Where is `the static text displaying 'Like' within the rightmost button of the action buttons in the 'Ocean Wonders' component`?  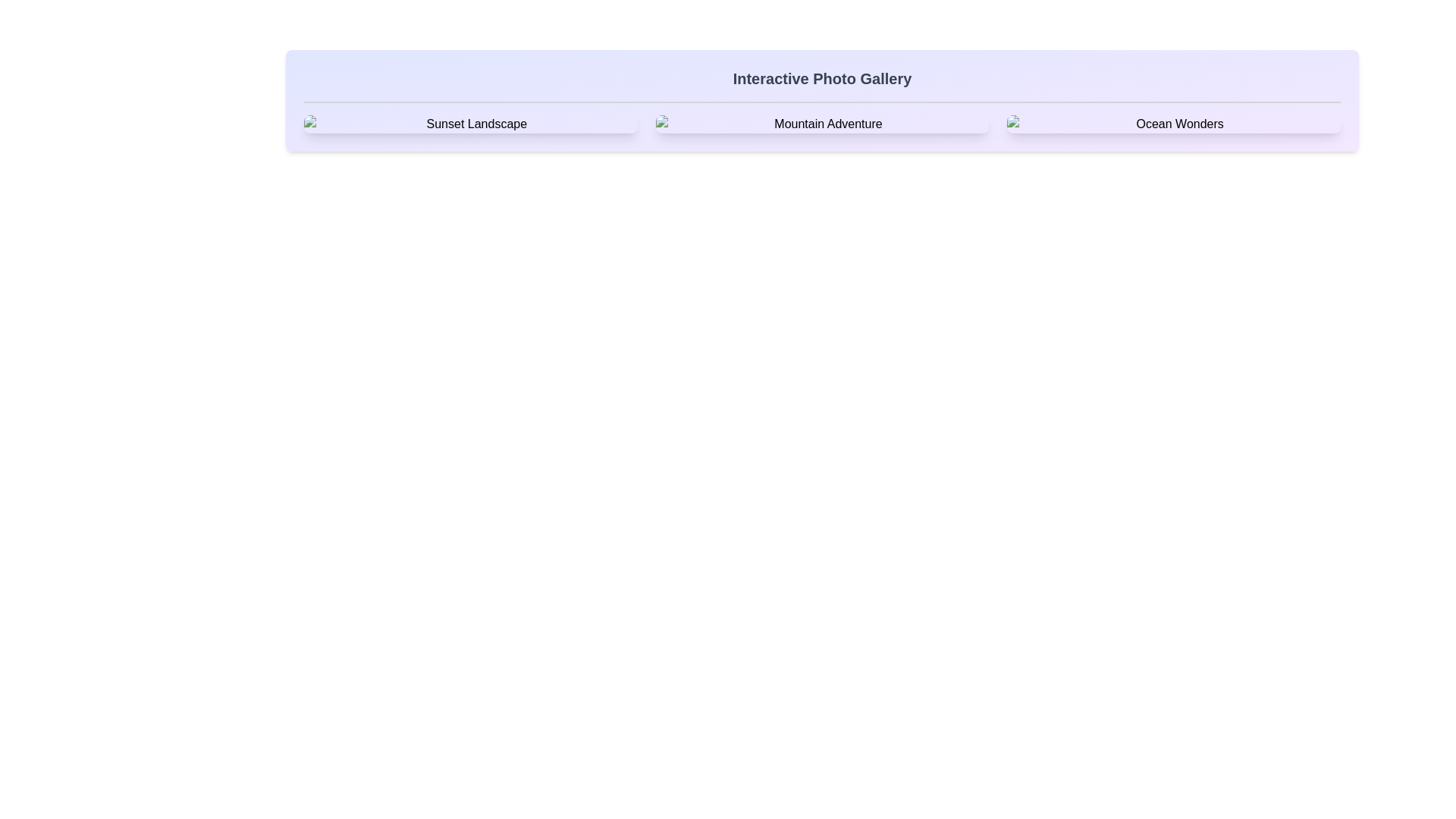 the static text displaying 'Like' within the rightmost button of the action buttons in the 'Ocean Wonders' component is located at coordinates (1226, 140).